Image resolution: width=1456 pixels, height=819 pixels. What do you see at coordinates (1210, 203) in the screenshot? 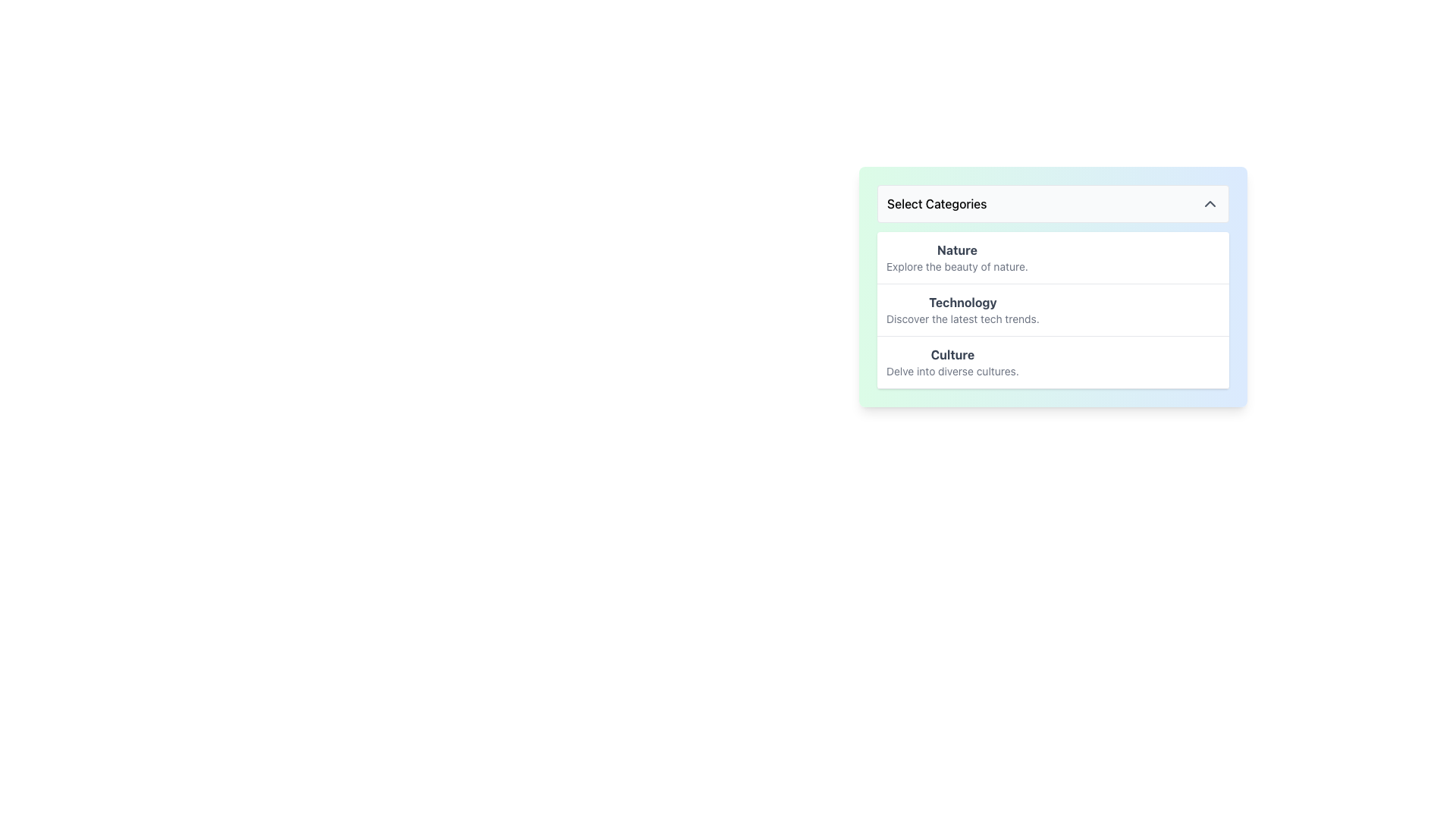
I see `the small, upward-pointing gray chevron icon located at the far-right side of the 'Select Categories' header` at bounding box center [1210, 203].